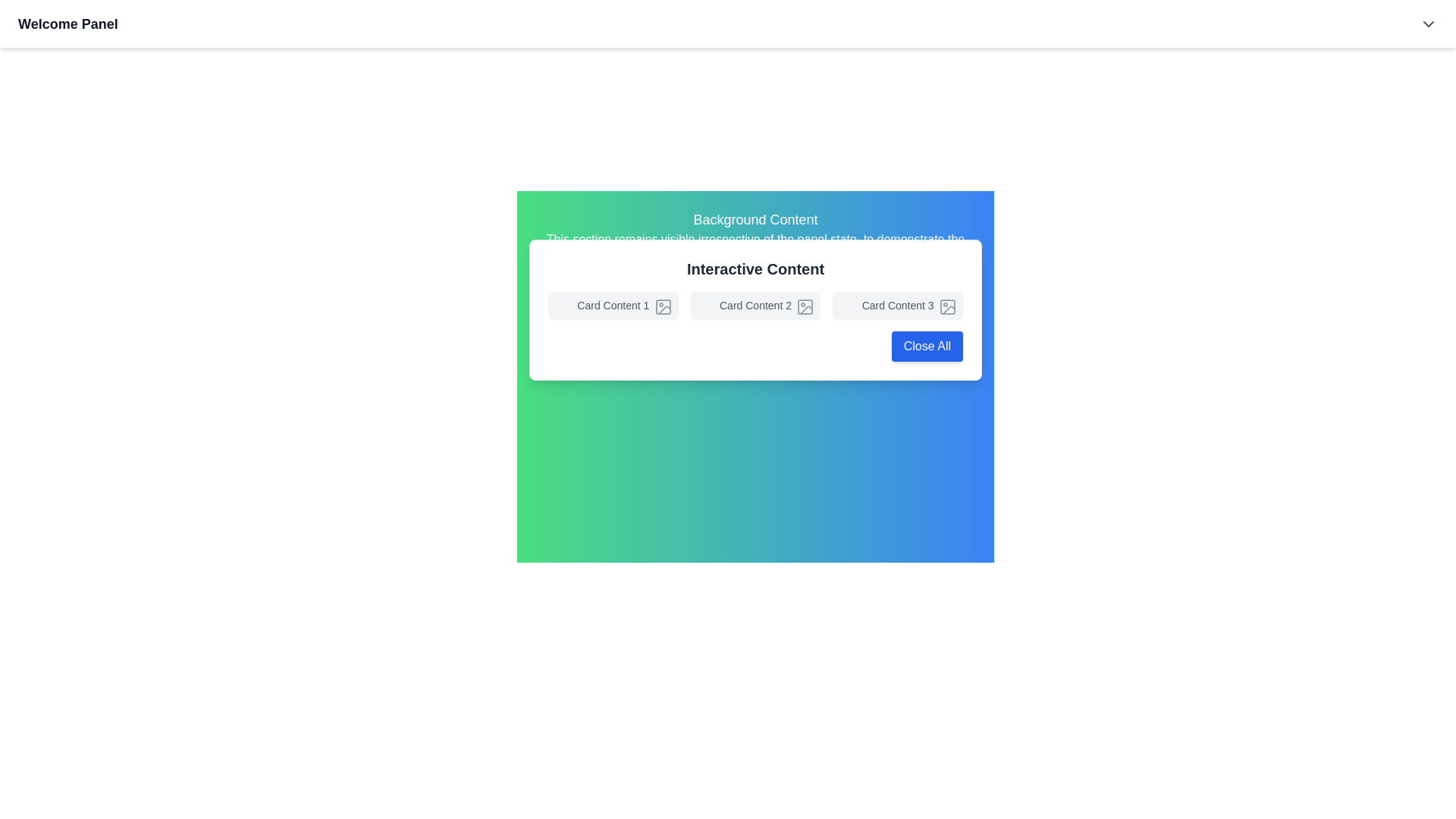 This screenshot has width=1456, height=819. What do you see at coordinates (755, 305) in the screenshot?
I see `the text label reading 'Card Content 2', which is styled with a small font size and gray color, located centrally within the second card in a row of three cards` at bounding box center [755, 305].